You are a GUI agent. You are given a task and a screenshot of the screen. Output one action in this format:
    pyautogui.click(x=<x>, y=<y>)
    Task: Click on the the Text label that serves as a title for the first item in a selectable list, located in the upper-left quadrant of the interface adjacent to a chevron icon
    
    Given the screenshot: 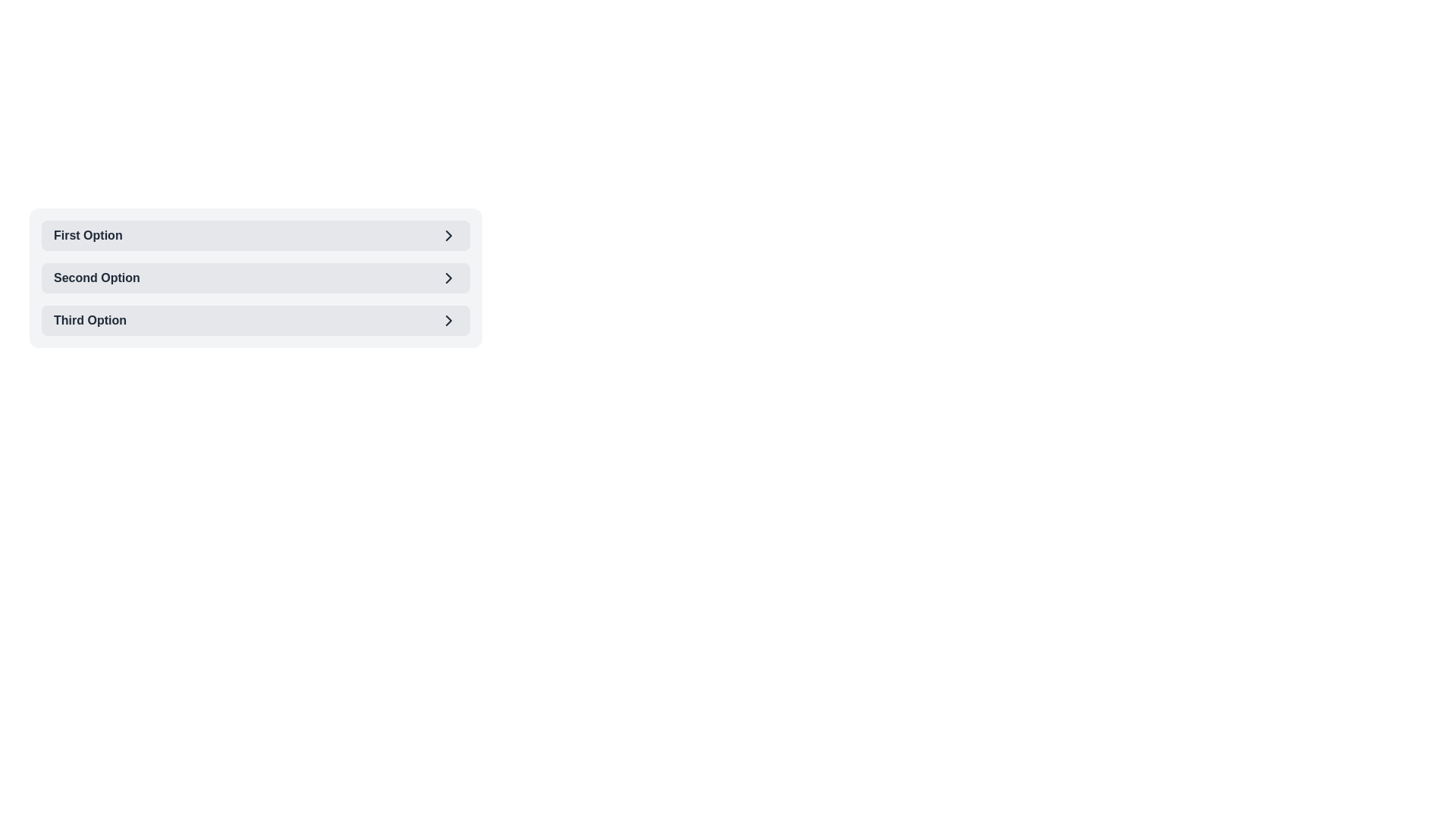 What is the action you would take?
    pyautogui.click(x=87, y=236)
    